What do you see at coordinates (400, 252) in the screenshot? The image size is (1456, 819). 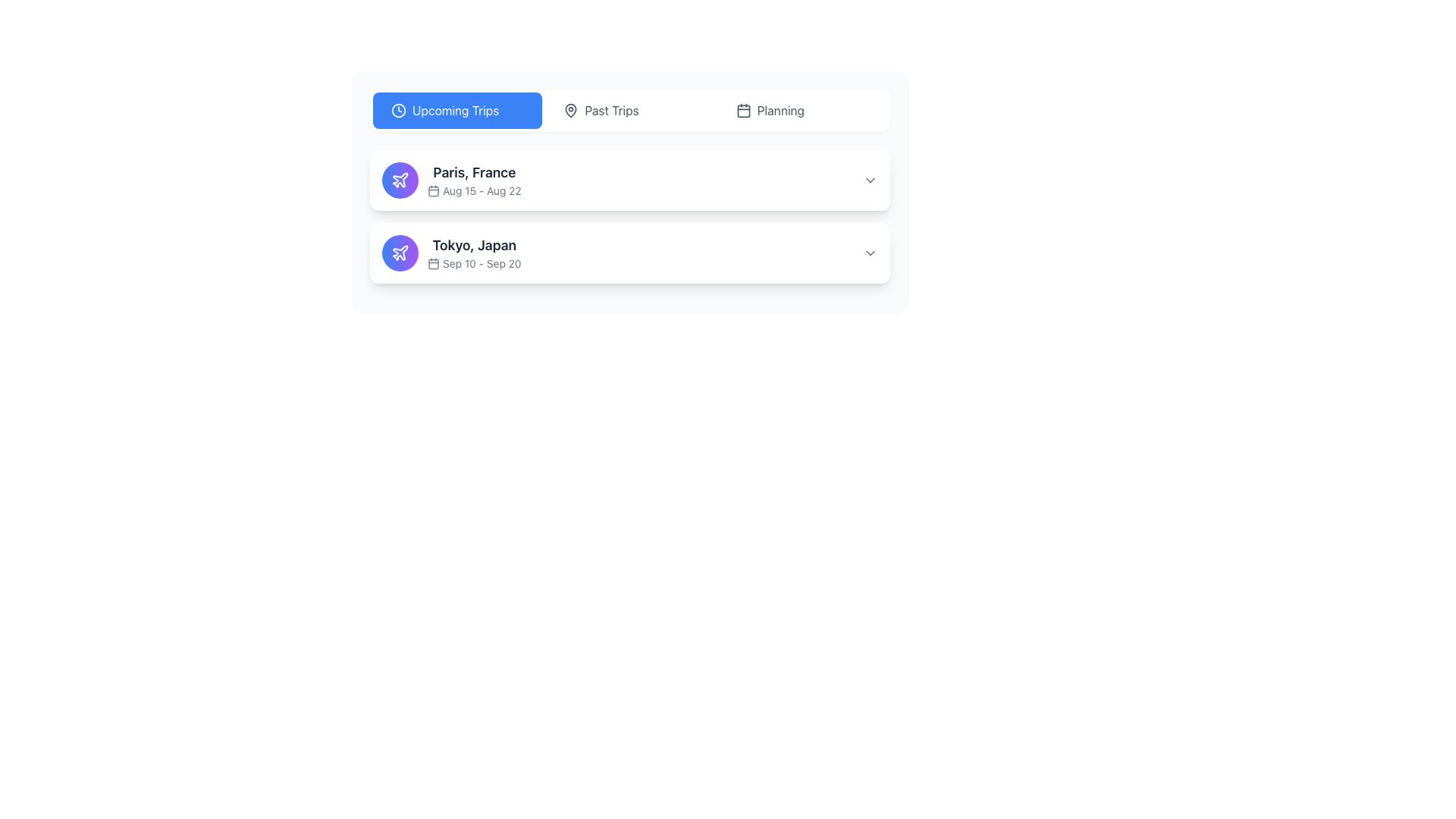 I see `the plane icon located in the first list item of the trip selector interface, adjacent to the text label 'Paris, France'` at bounding box center [400, 252].